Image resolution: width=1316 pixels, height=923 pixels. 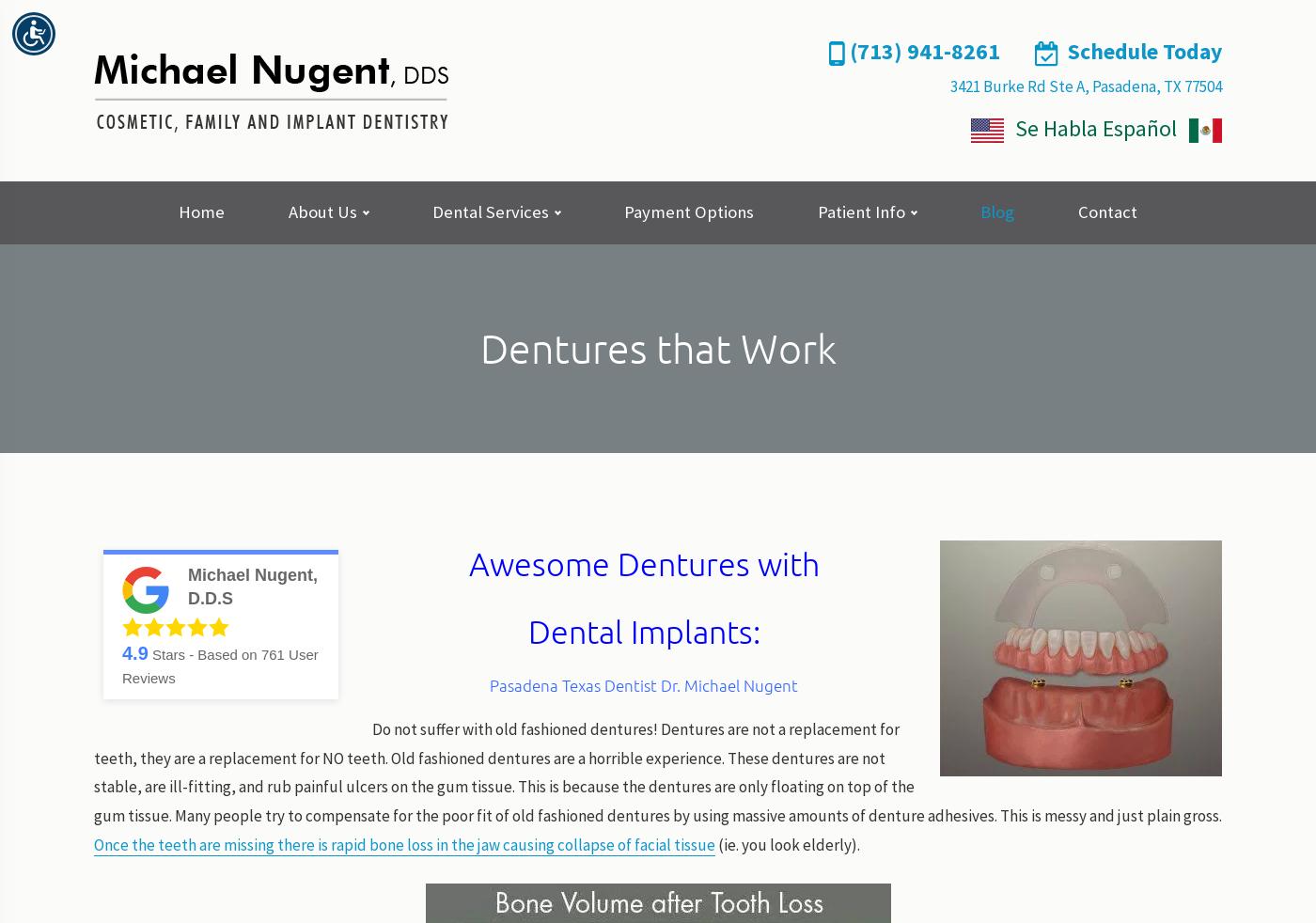 What do you see at coordinates (1164, 85) in the screenshot?
I see `'TX'` at bounding box center [1164, 85].